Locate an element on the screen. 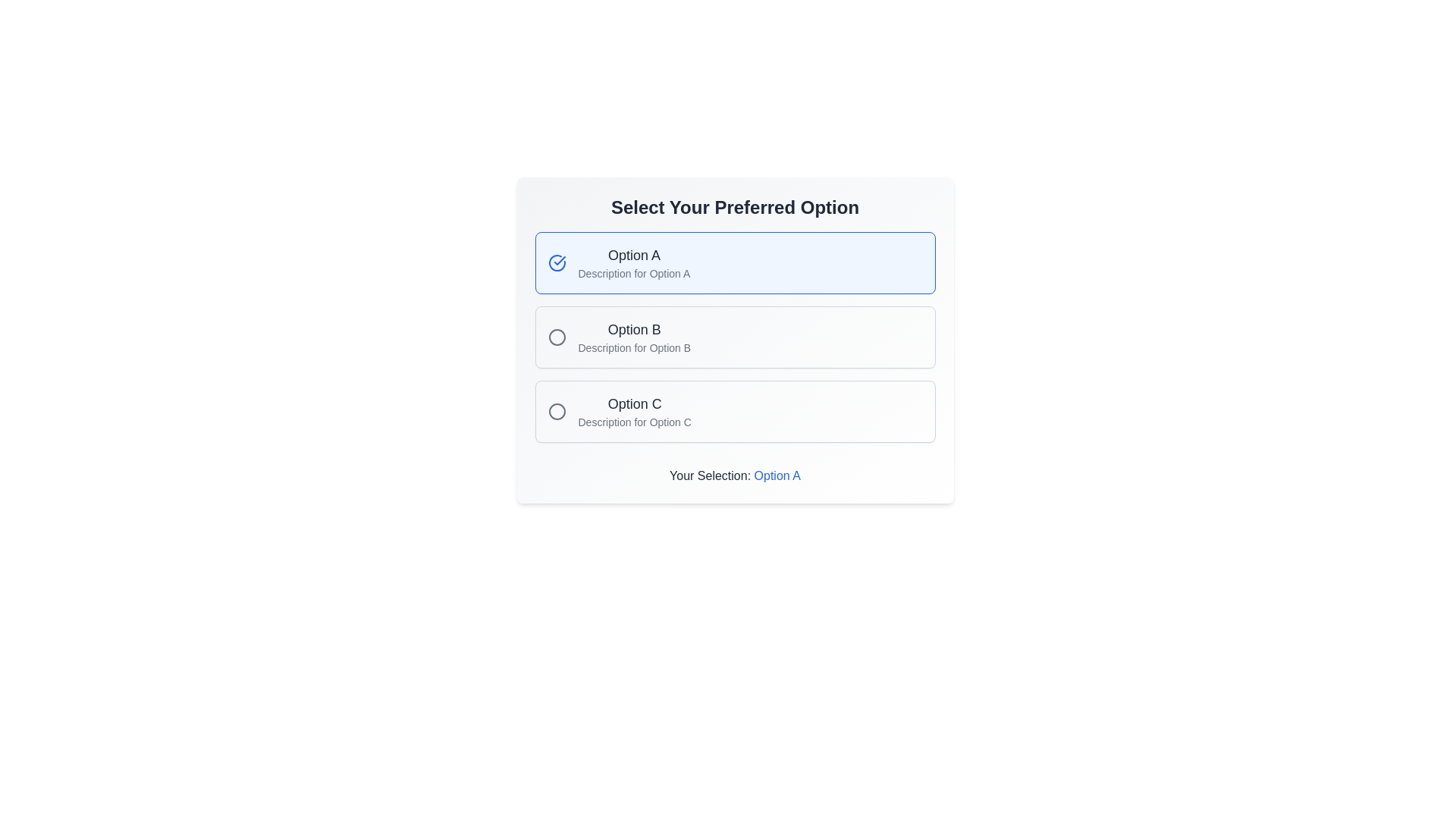  the custom graphical element representing the unselected radio button indicator for 'Option C' located in the third row of selectable options is located at coordinates (556, 412).